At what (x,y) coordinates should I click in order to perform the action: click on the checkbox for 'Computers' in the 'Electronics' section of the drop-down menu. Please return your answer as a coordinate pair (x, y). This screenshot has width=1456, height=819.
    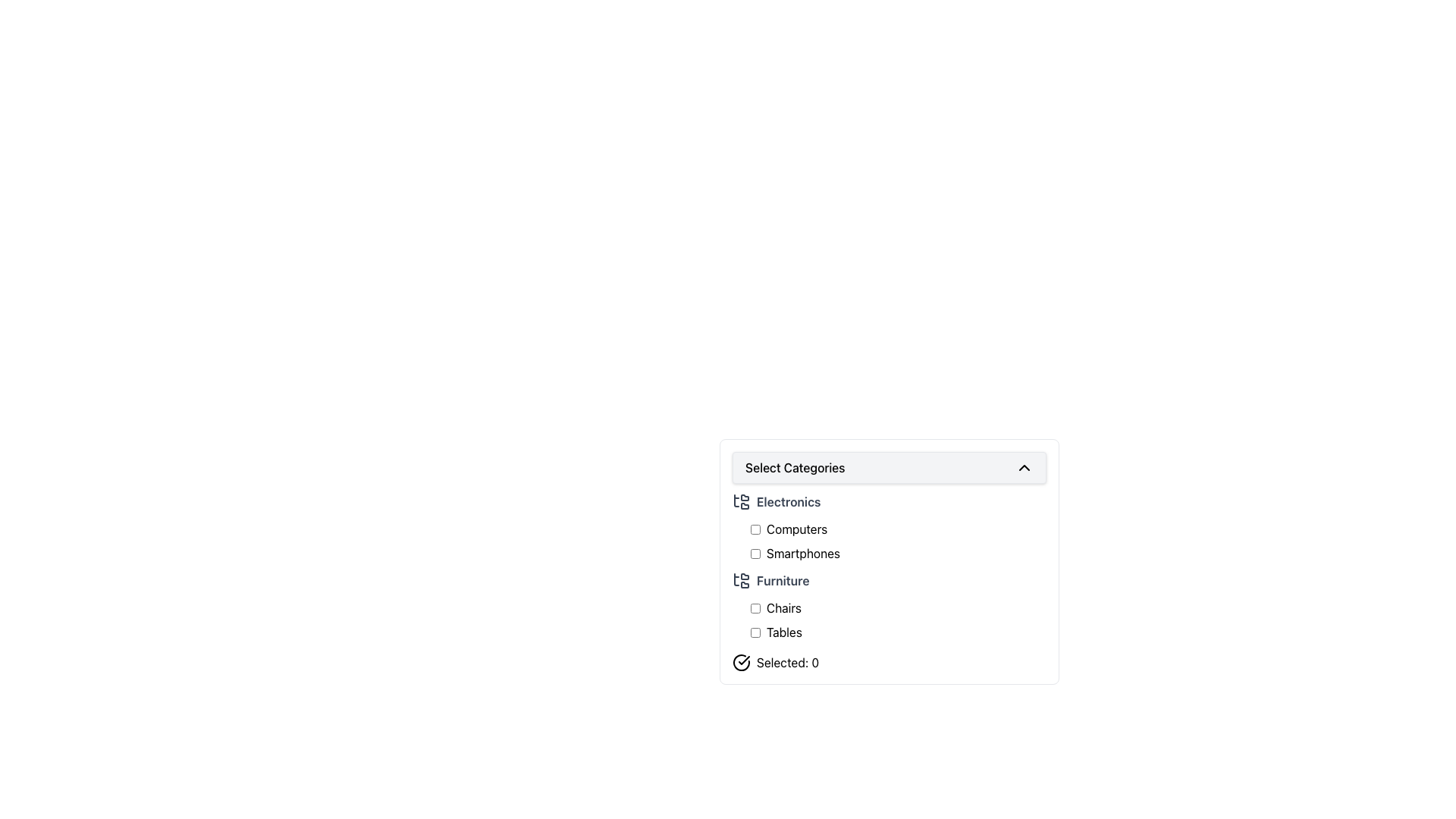
    Looking at the image, I should click on (899, 540).